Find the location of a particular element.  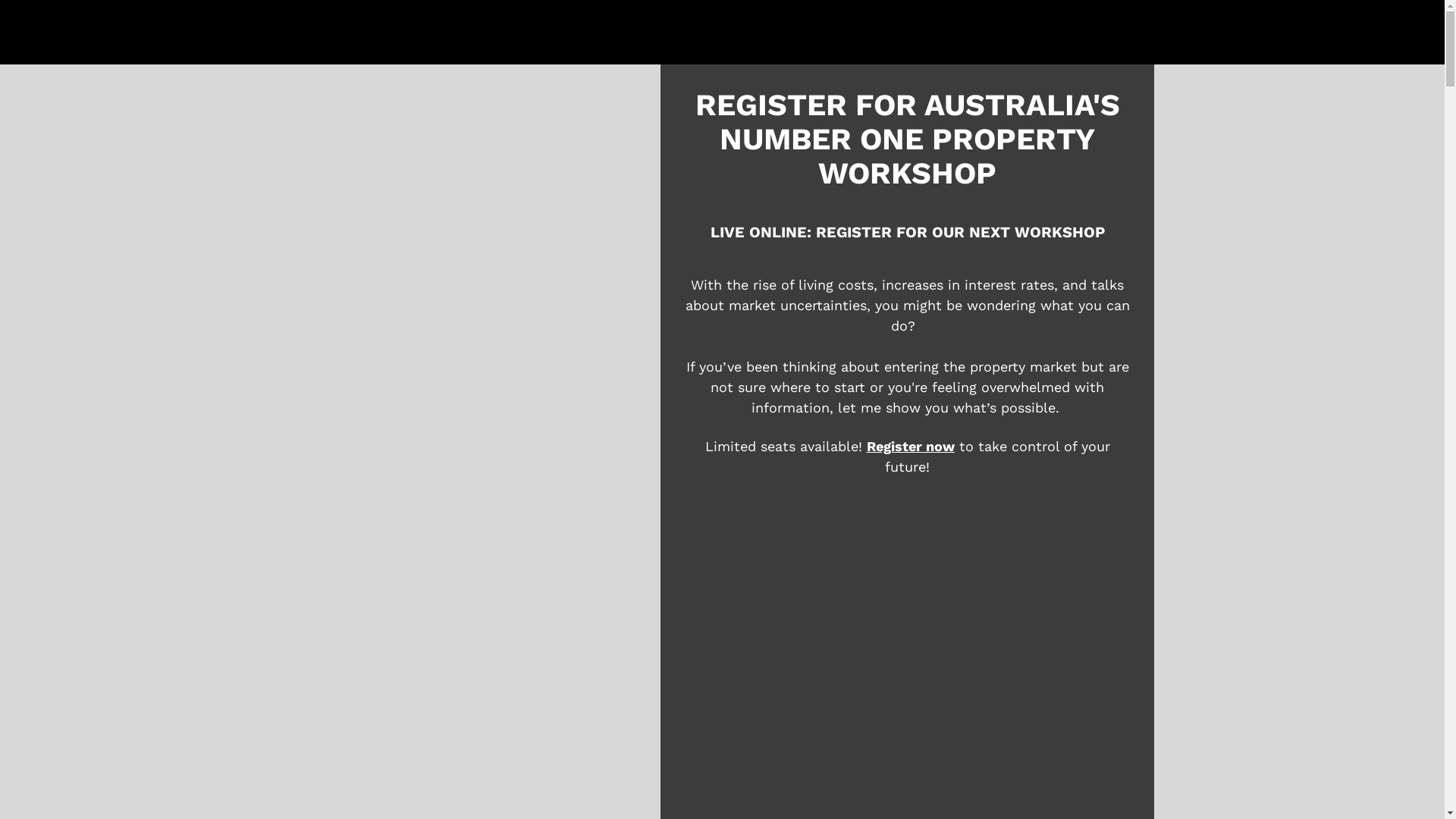

'Register now' is located at coordinates (910, 445).